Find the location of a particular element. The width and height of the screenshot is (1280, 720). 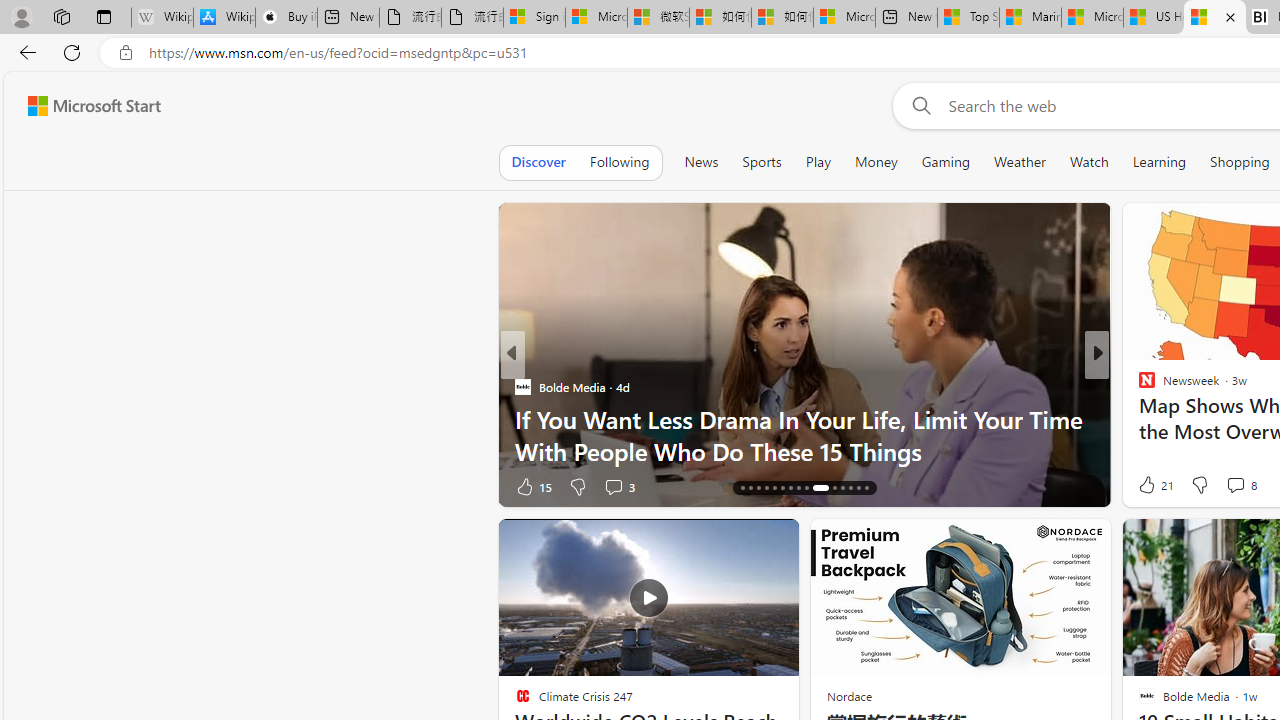

'AutomationID: tab-18' is located at coordinates (757, 488).